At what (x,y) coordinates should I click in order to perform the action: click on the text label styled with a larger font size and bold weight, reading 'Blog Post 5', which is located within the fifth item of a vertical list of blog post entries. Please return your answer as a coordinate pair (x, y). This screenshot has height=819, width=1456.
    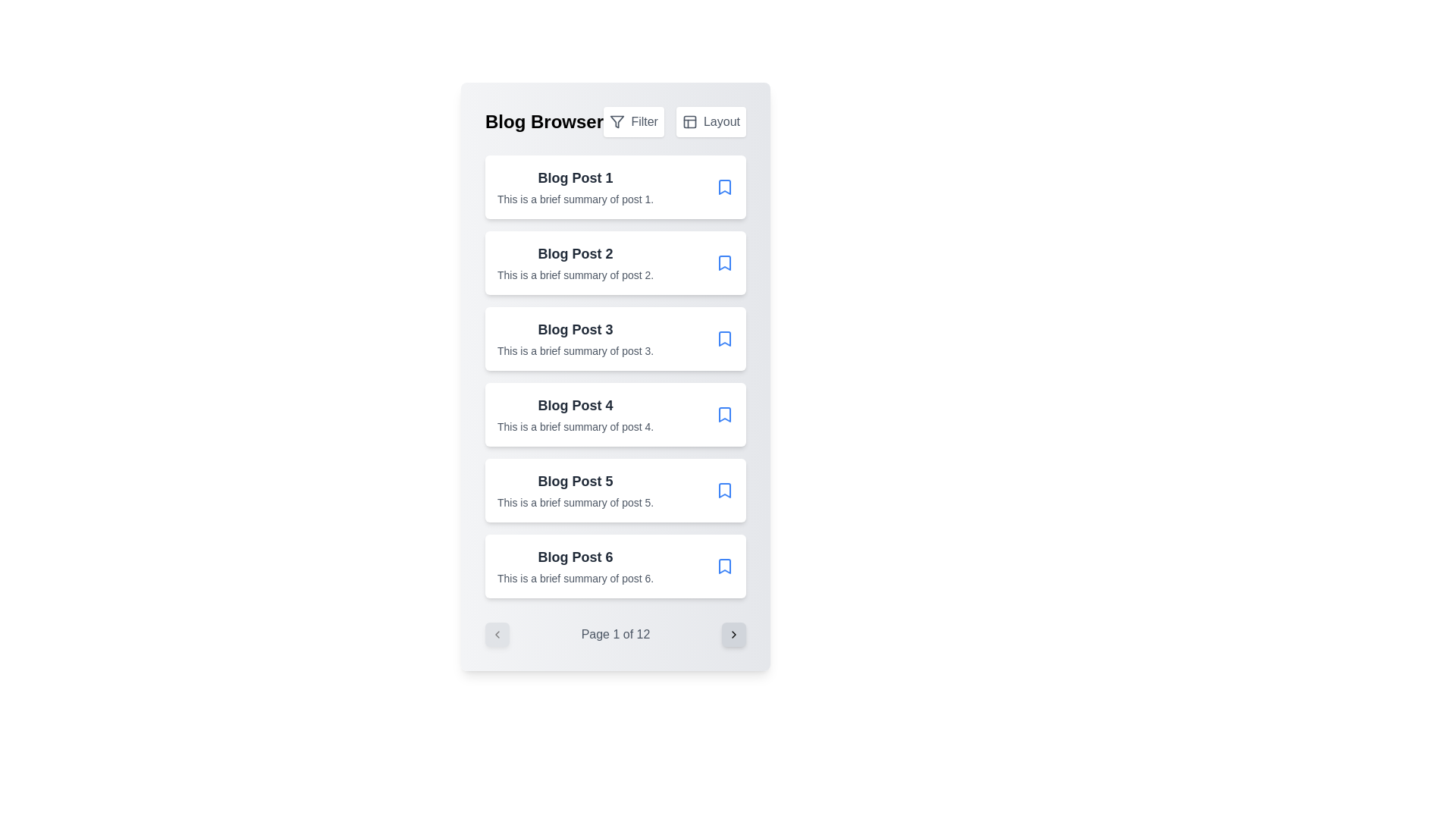
    Looking at the image, I should click on (575, 482).